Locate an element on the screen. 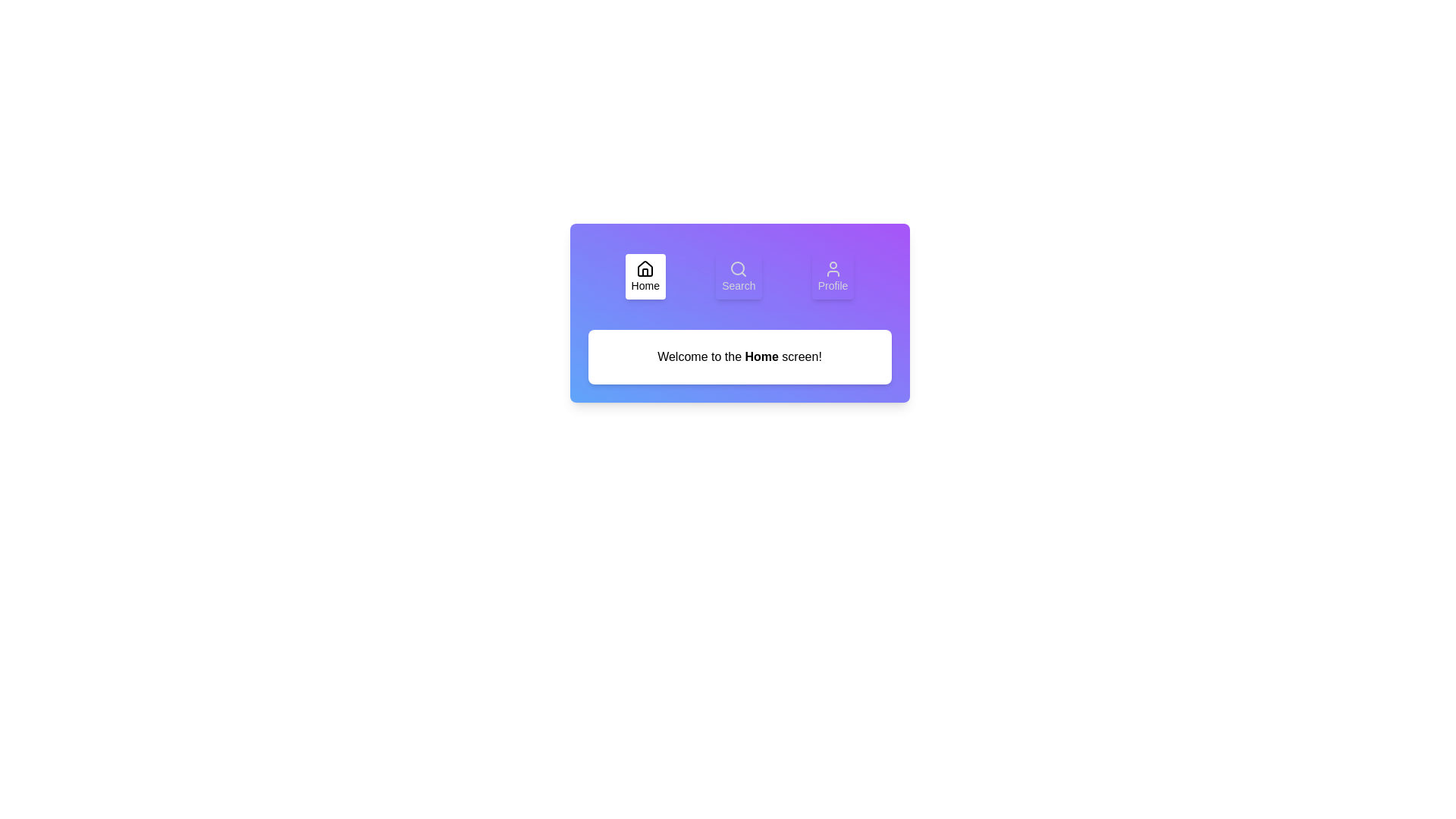  the 'Home' button, which is a button-like UI component displaying a house-shaped icon and has a white background with rounded edges is located at coordinates (645, 277).